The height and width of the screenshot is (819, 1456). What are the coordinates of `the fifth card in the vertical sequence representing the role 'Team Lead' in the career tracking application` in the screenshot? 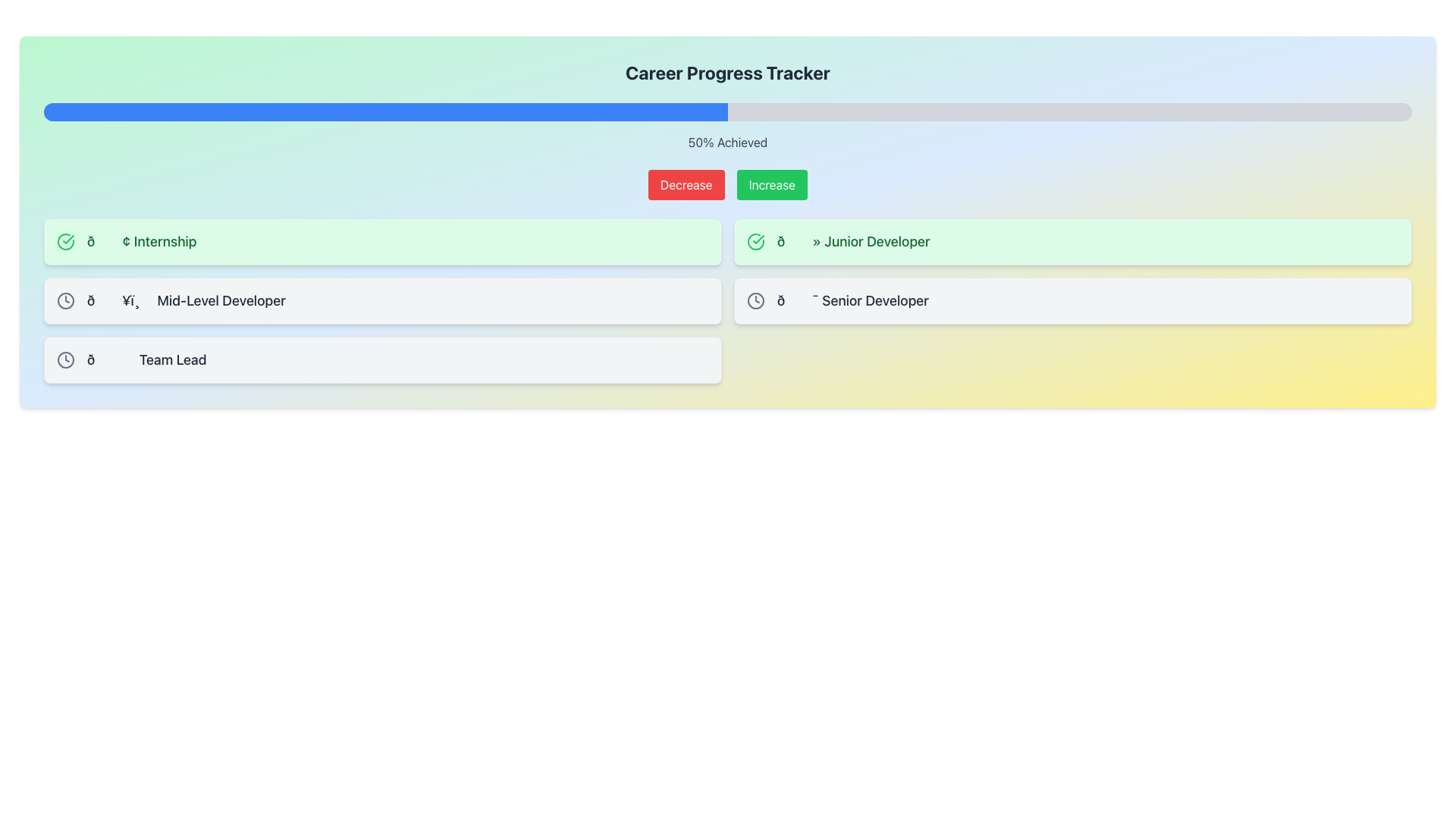 It's located at (382, 359).